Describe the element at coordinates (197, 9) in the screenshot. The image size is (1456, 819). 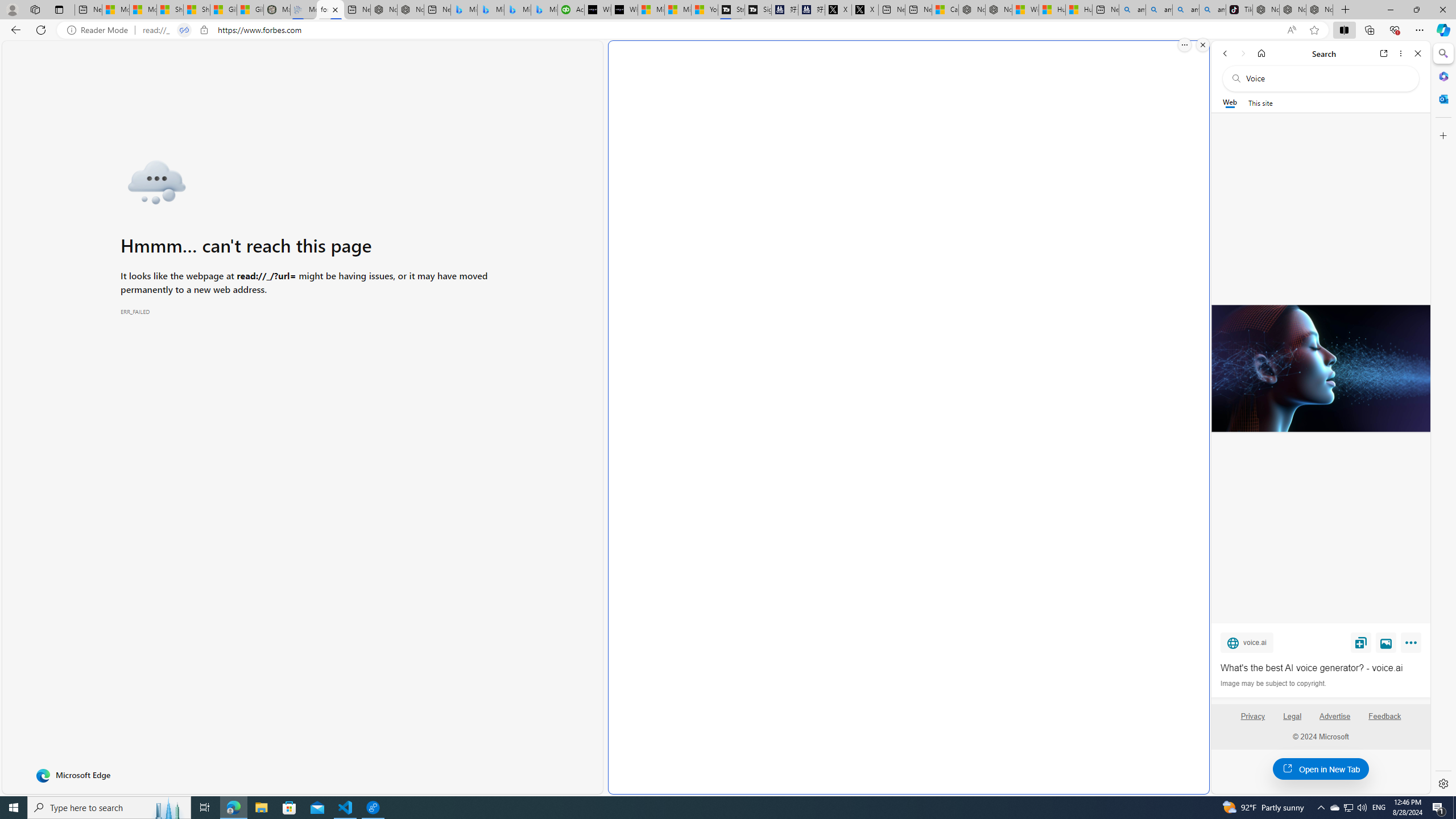
I see `'Shanghai, China weather forecast | Microsoft Weather'` at that location.